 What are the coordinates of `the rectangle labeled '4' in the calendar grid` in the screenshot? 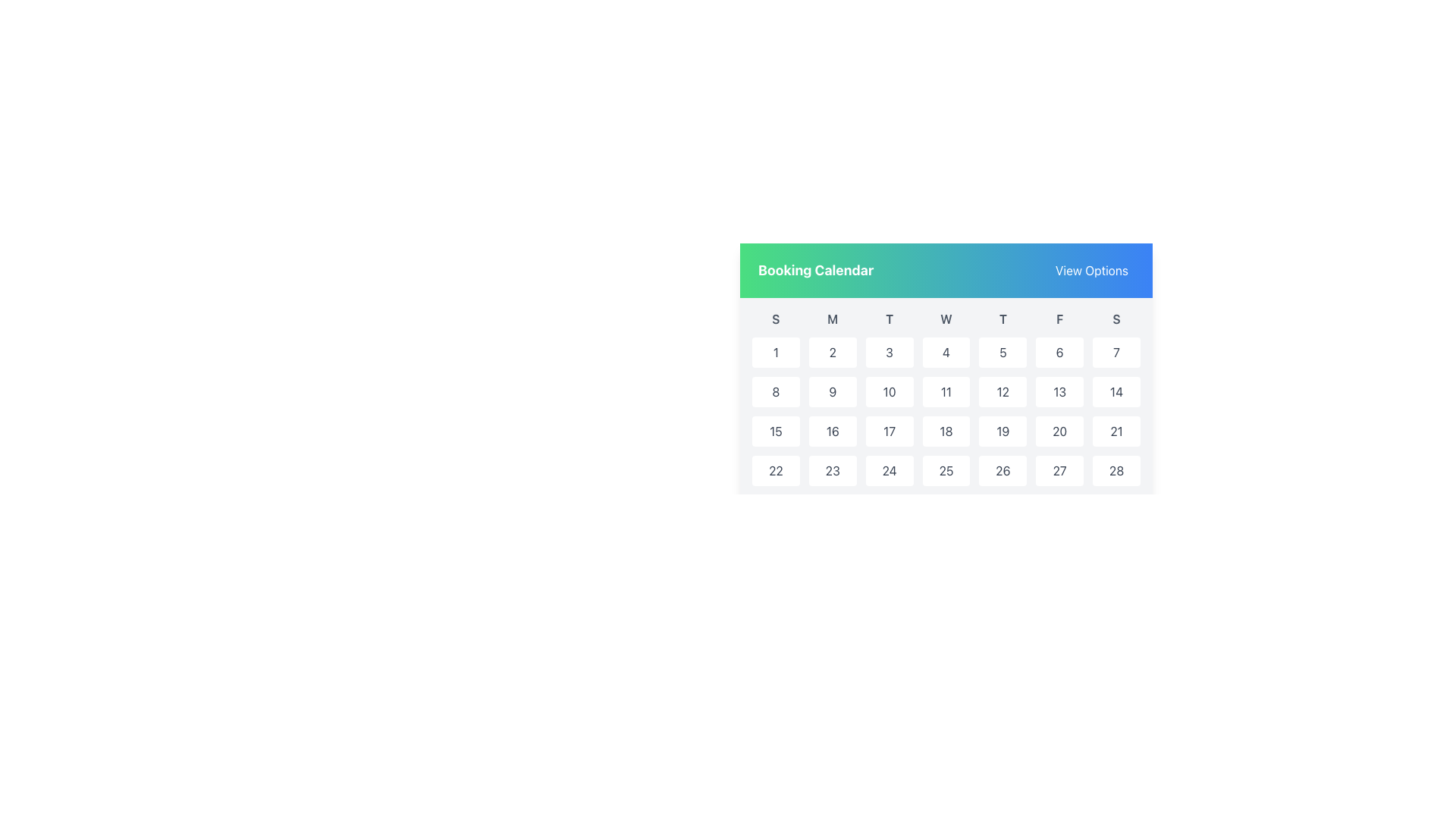 It's located at (946, 353).